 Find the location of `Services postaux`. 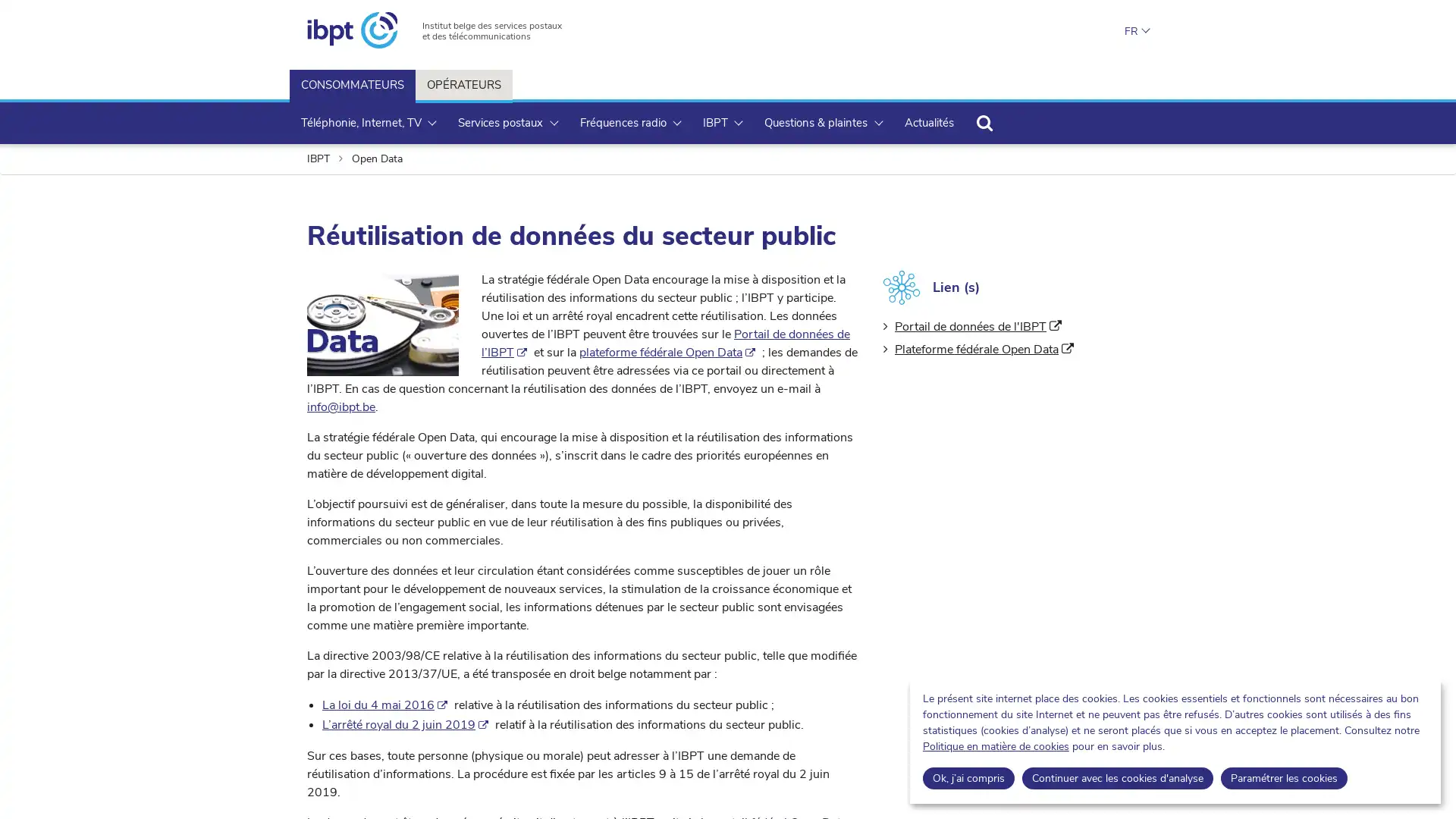

Services postaux is located at coordinates (507, 122).